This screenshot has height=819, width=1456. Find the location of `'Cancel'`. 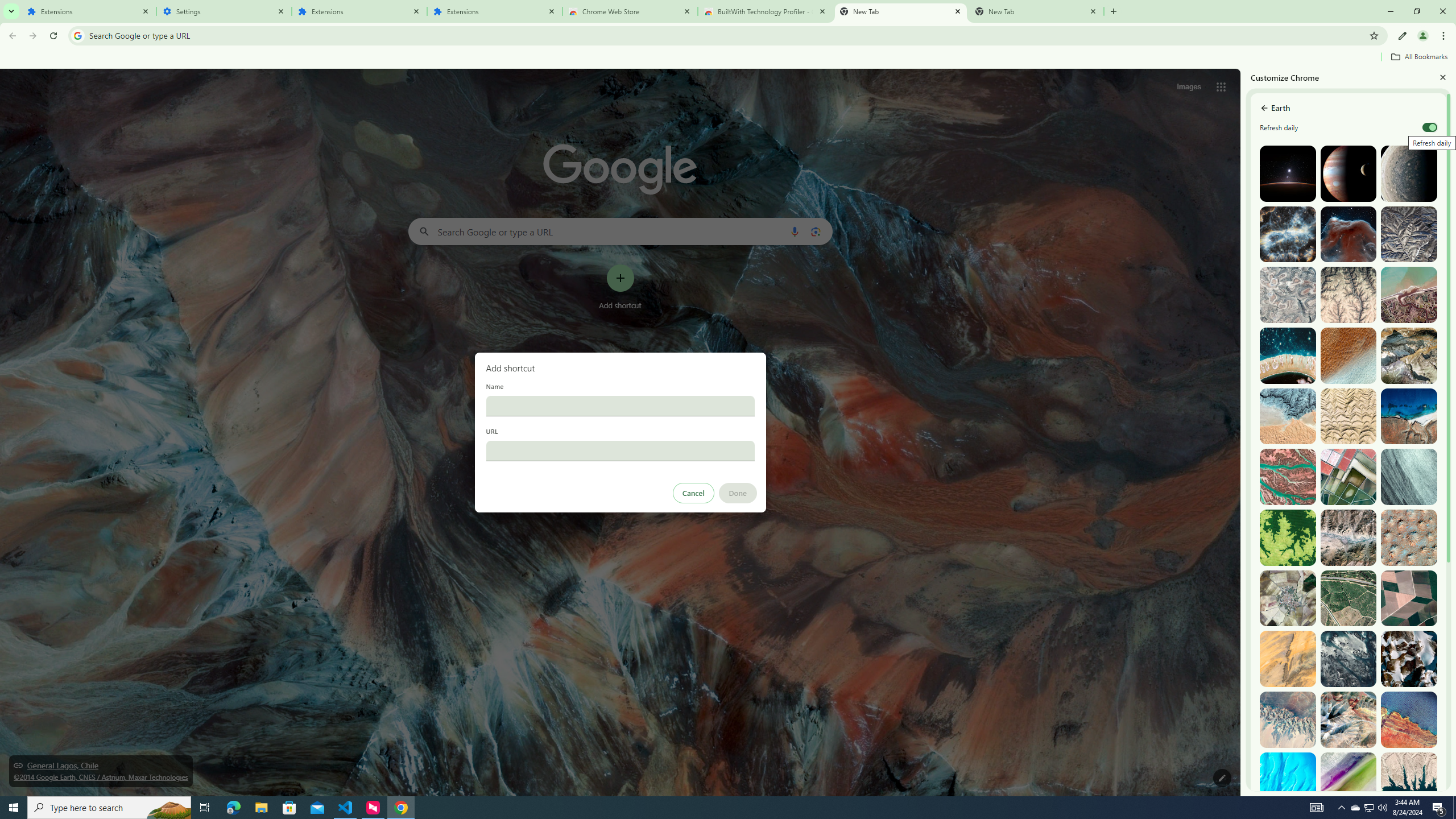

'Cancel' is located at coordinates (693, 493).